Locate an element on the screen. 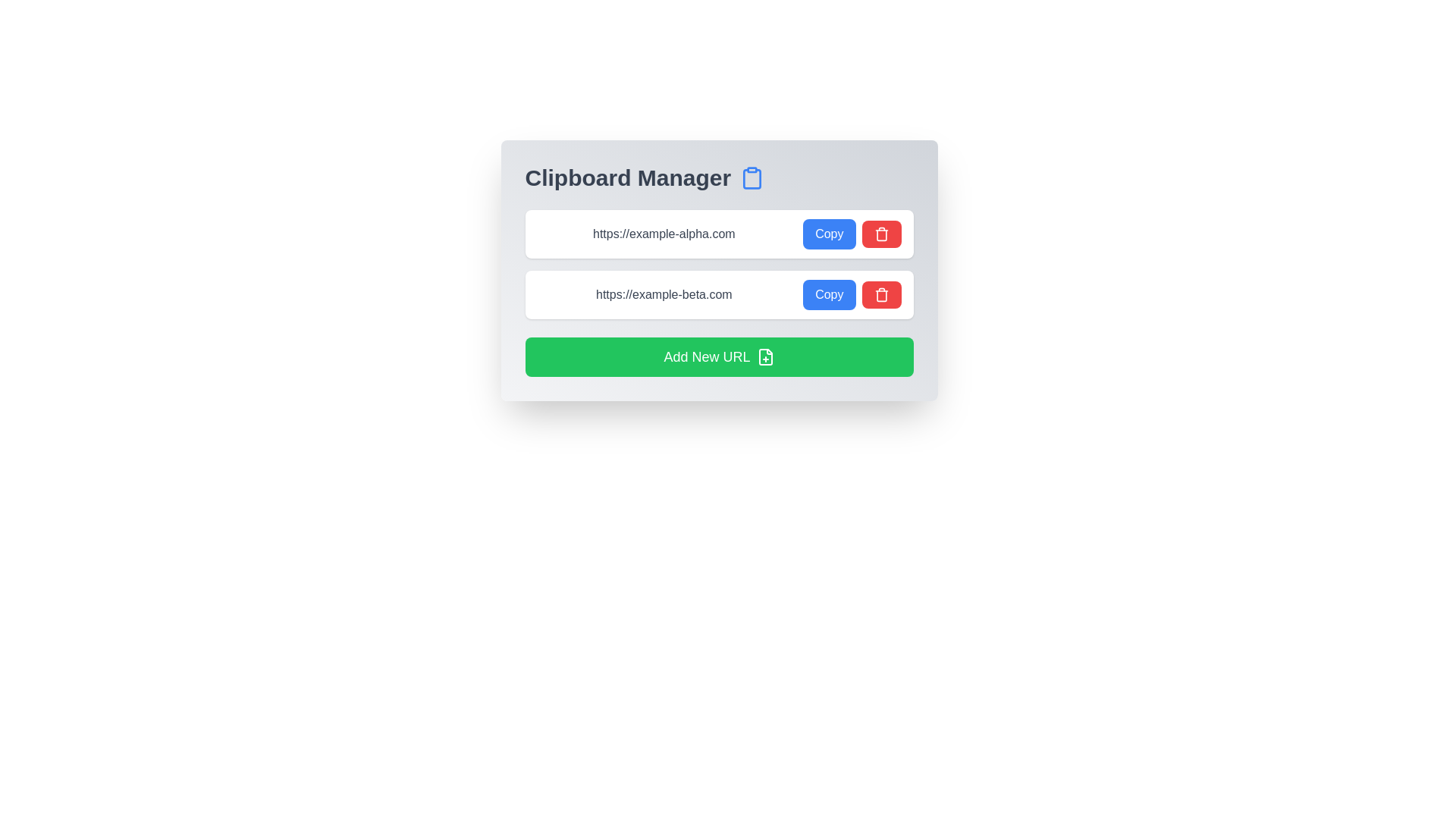  the copy URL button located in the second row of the 'Clipboard Manager' interface, which is to the right of the URL 'https://example-beta.com' is located at coordinates (828, 295).